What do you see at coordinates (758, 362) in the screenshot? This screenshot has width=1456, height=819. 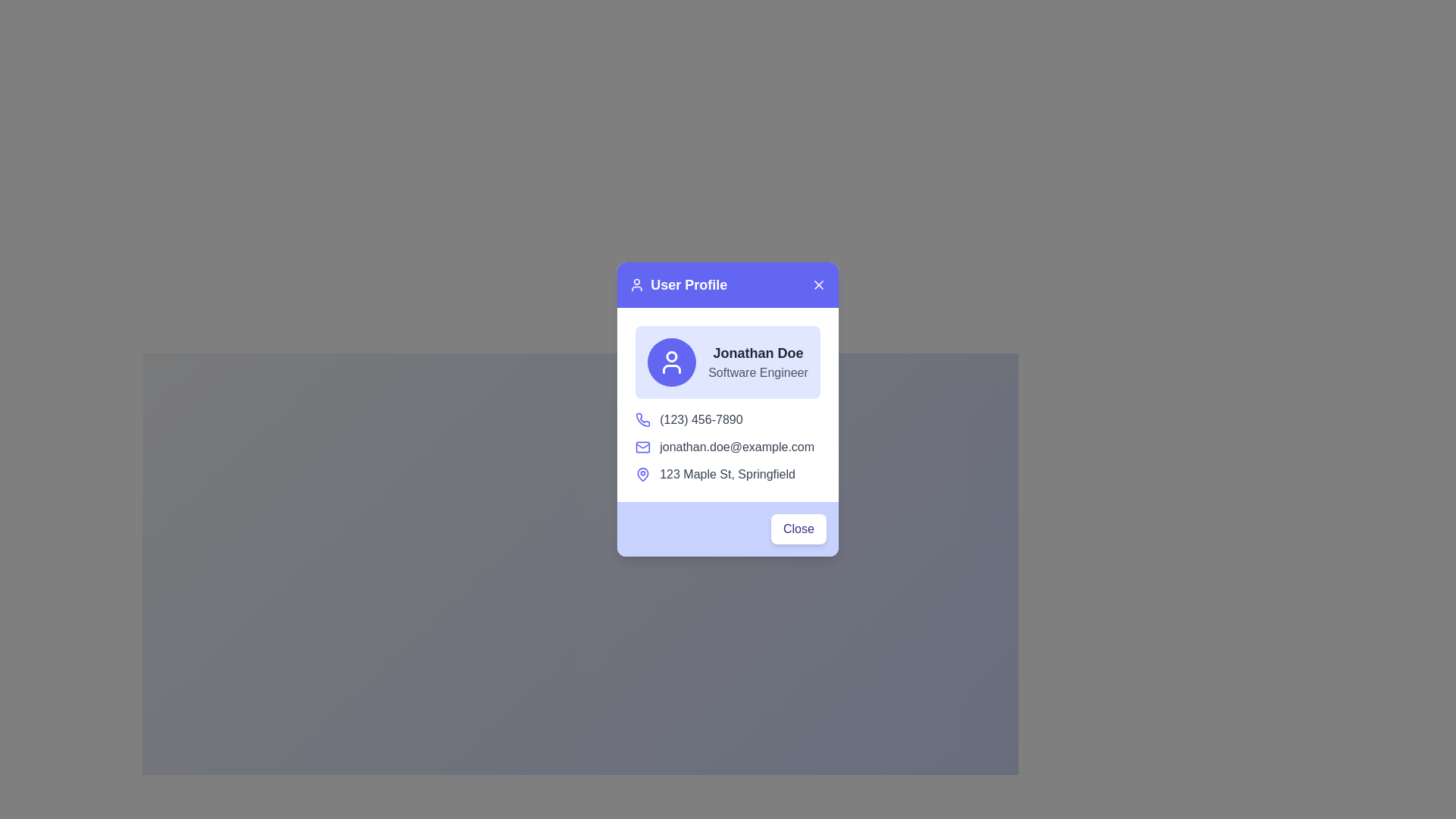 I see `the text block that displays 'Jonathan Doe' and 'Software Engineer' within the user profile card` at bounding box center [758, 362].